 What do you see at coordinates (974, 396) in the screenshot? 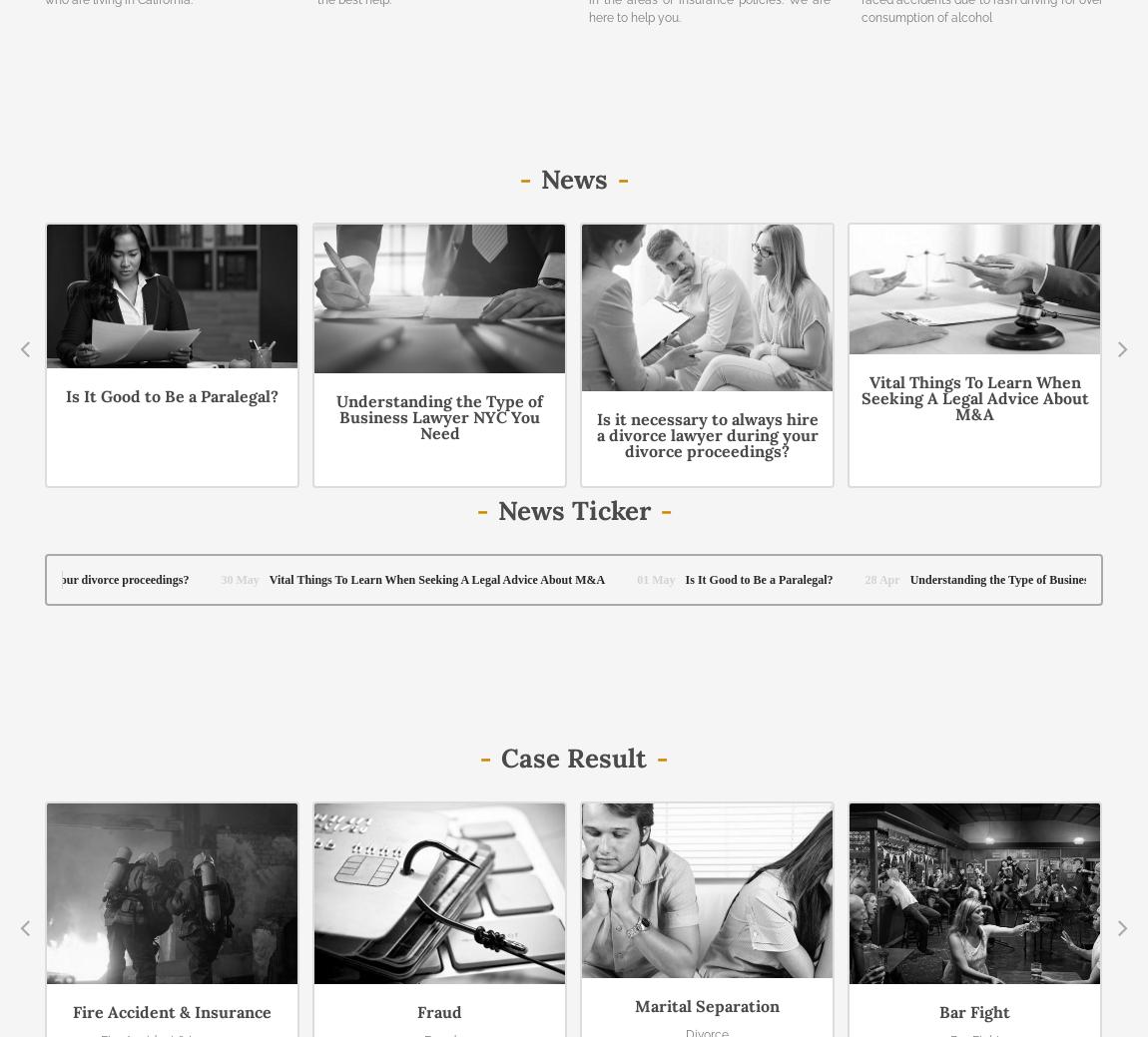
I see `'Vital Things To Learn When Seeking A Legal Advice About M&A'` at bounding box center [974, 396].